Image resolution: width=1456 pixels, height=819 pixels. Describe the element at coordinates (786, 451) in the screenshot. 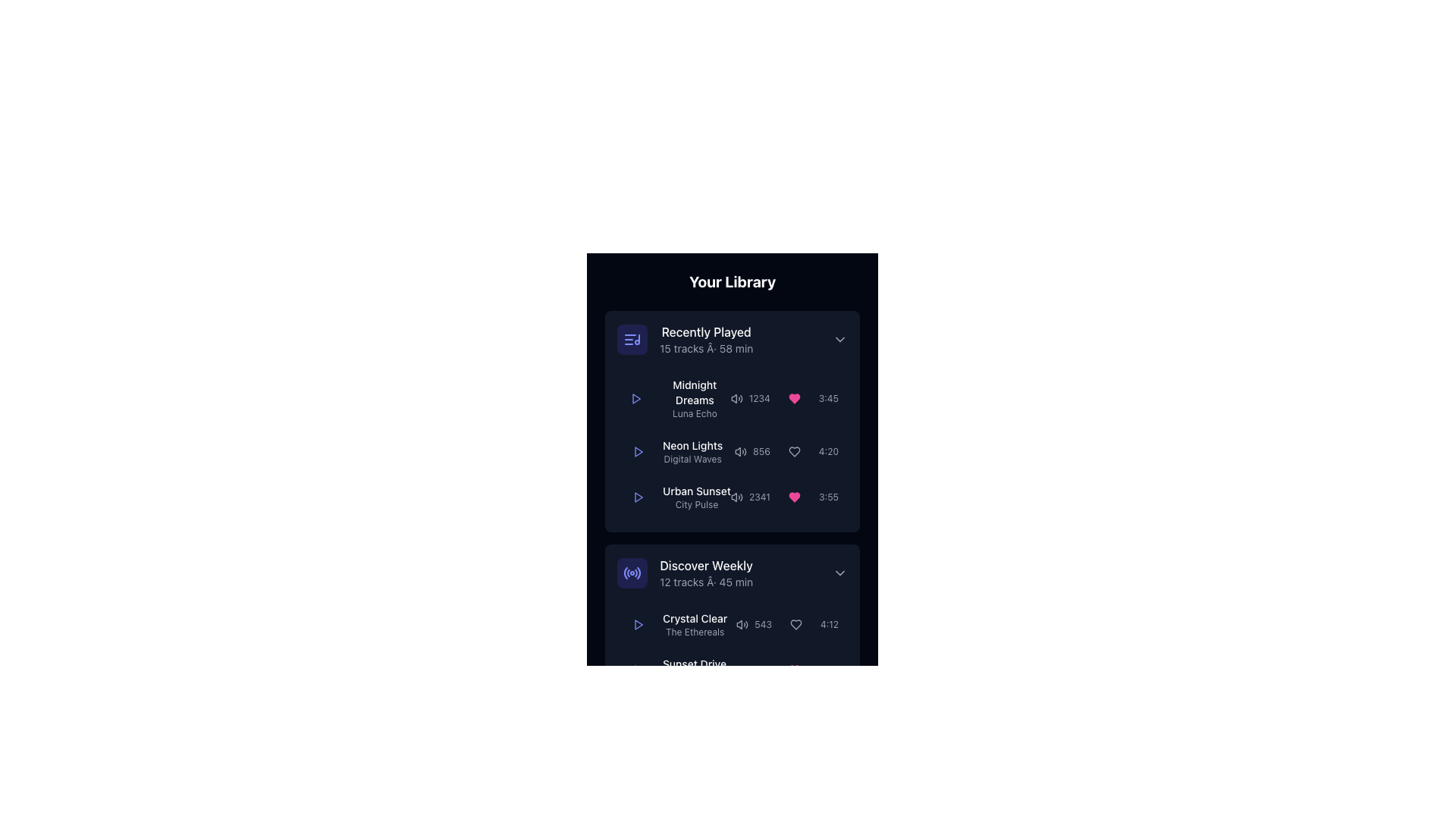

I see `the Decorative metadata component located in the second row of the 'Recently Played' list, which includes a volume indication, play count, decorative heart icon, and duration` at that location.